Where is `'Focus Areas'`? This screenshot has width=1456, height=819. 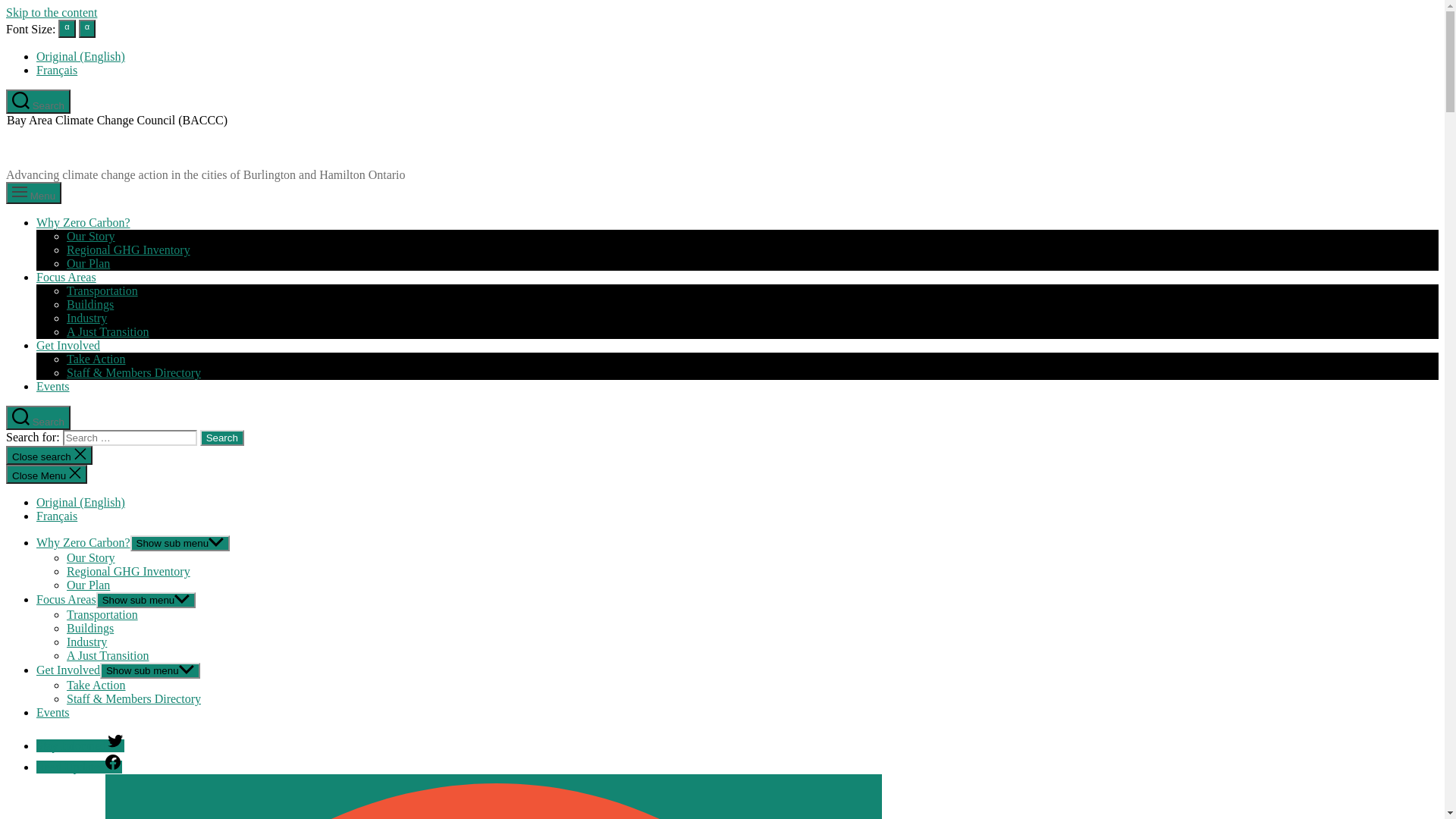 'Focus Areas' is located at coordinates (65, 598).